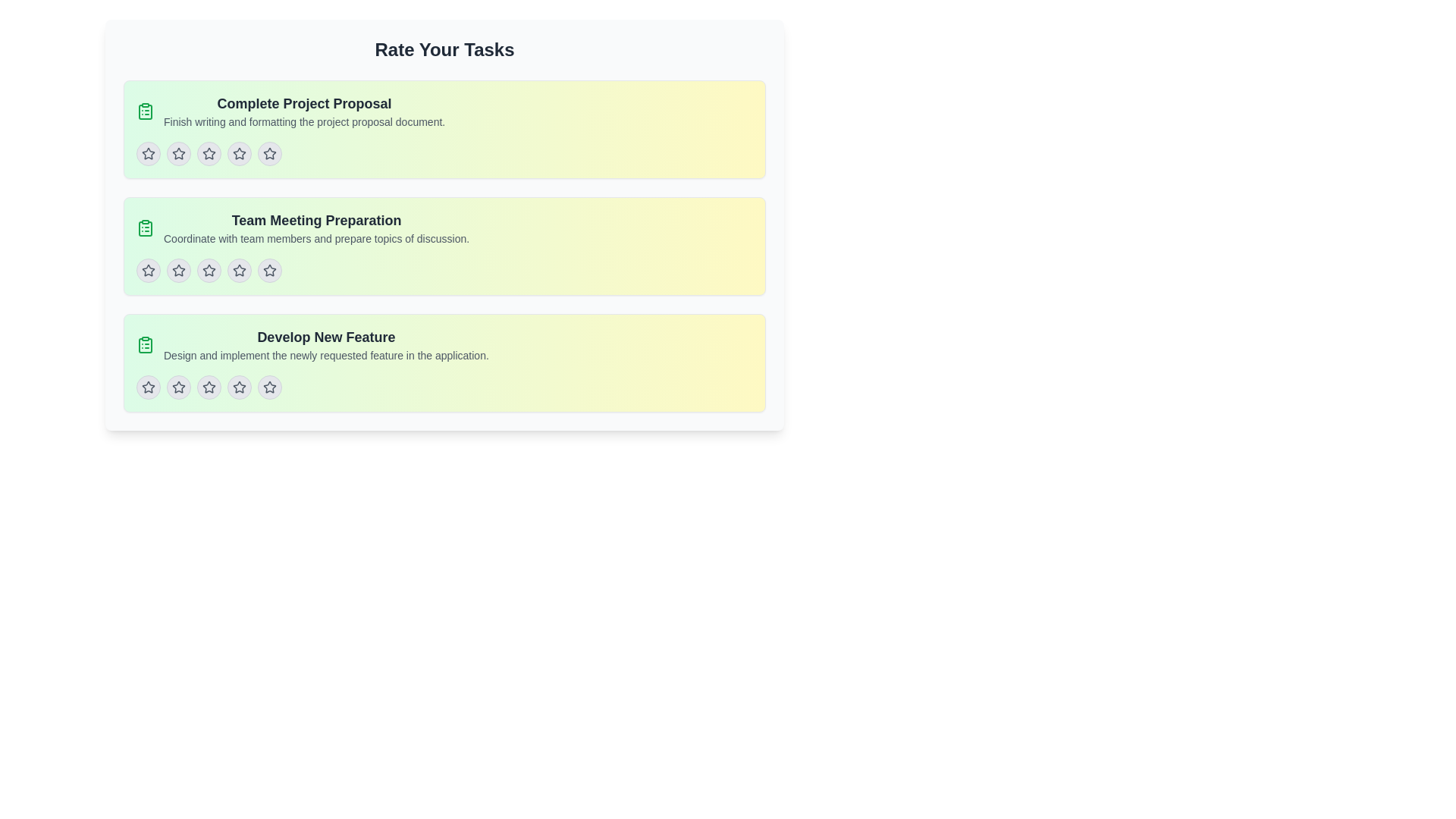  Describe the element at coordinates (444, 245) in the screenshot. I see `the task summary card titled 'Team Meeting Preparation', which is the second card in a vertical stack of three, positioned centrally in the interface` at that location.